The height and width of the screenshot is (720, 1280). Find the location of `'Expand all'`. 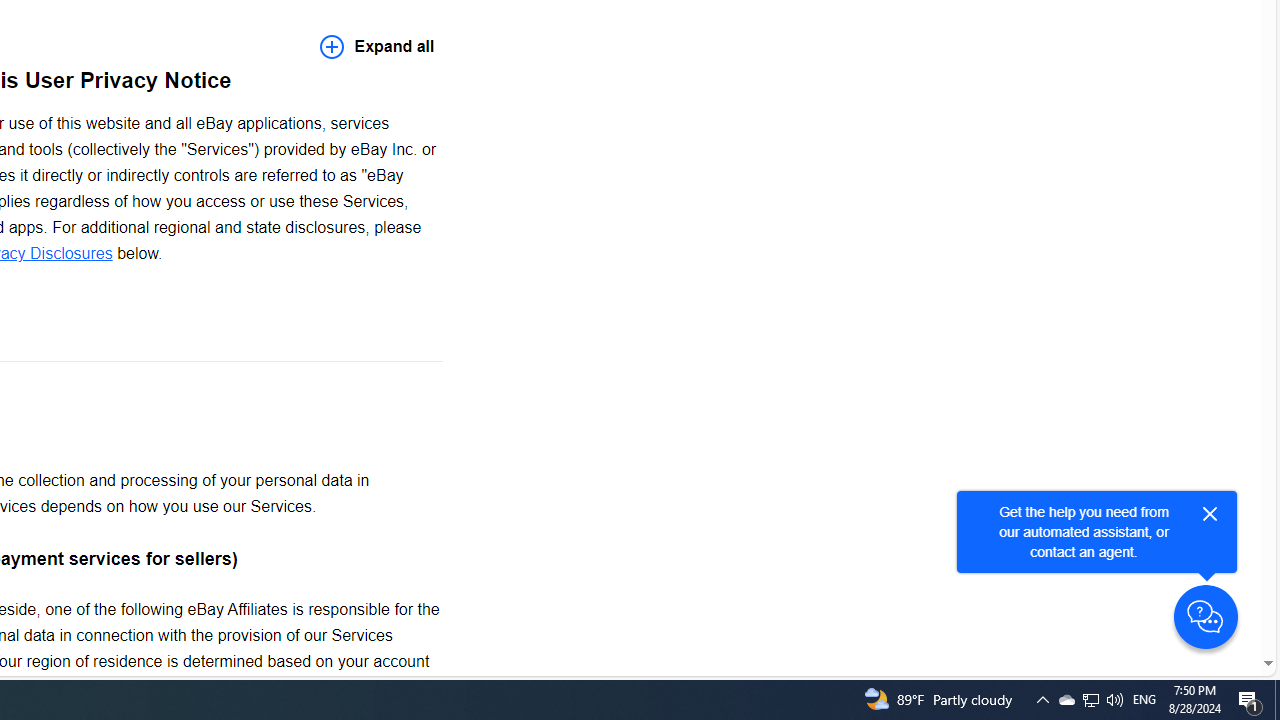

'Expand all' is located at coordinates (377, 45).